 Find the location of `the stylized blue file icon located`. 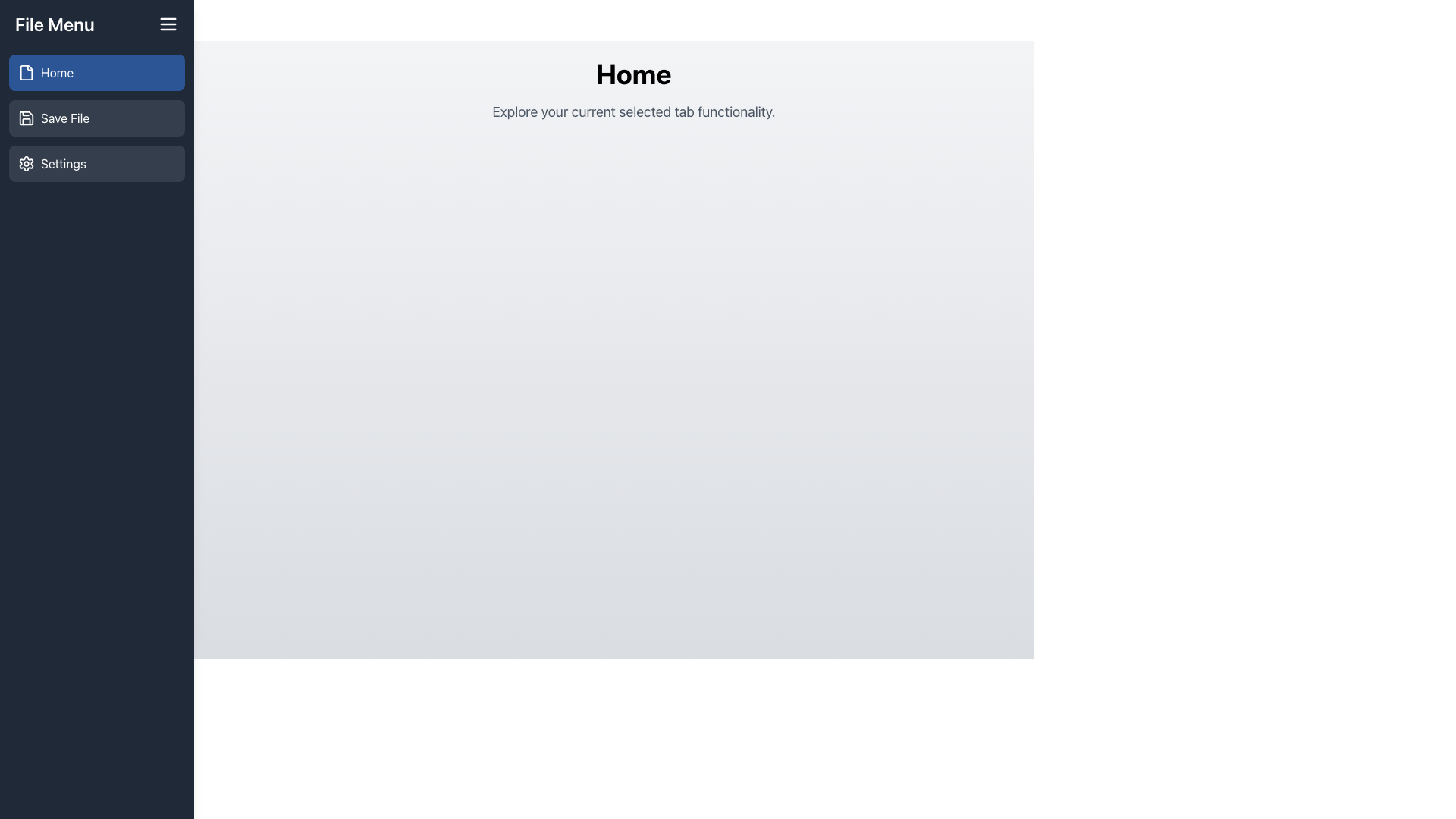

the stylized blue file icon located is located at coordinates (26, 73).